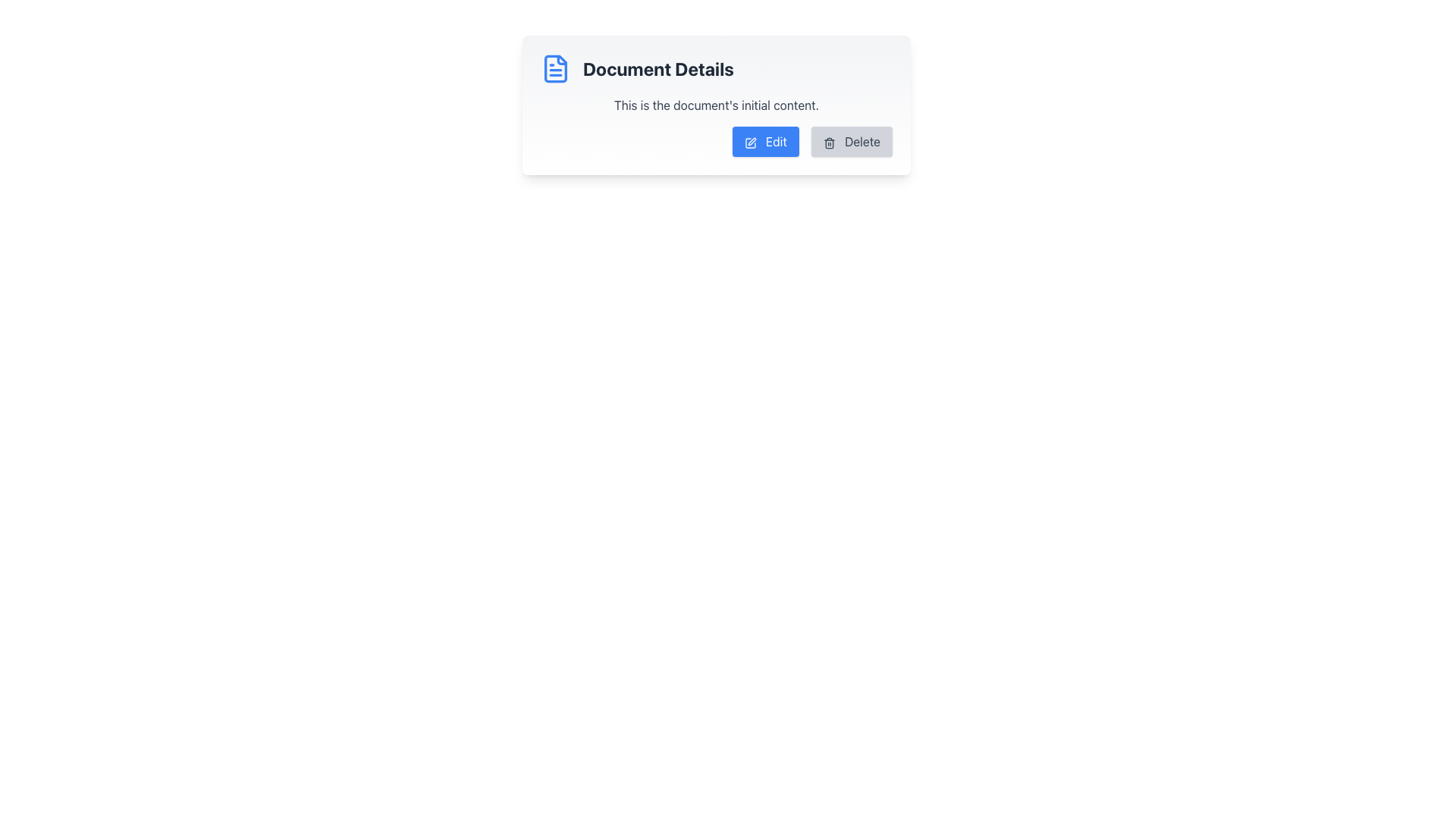 The width and height of the screenshot is (1456, 819). What do you see at coordinates (765, 141) in the screenshot?
I see `the edit button located at the bottom-right of the card, which is the first button in the sequence of two buttons` at bounding box center [765, 141].